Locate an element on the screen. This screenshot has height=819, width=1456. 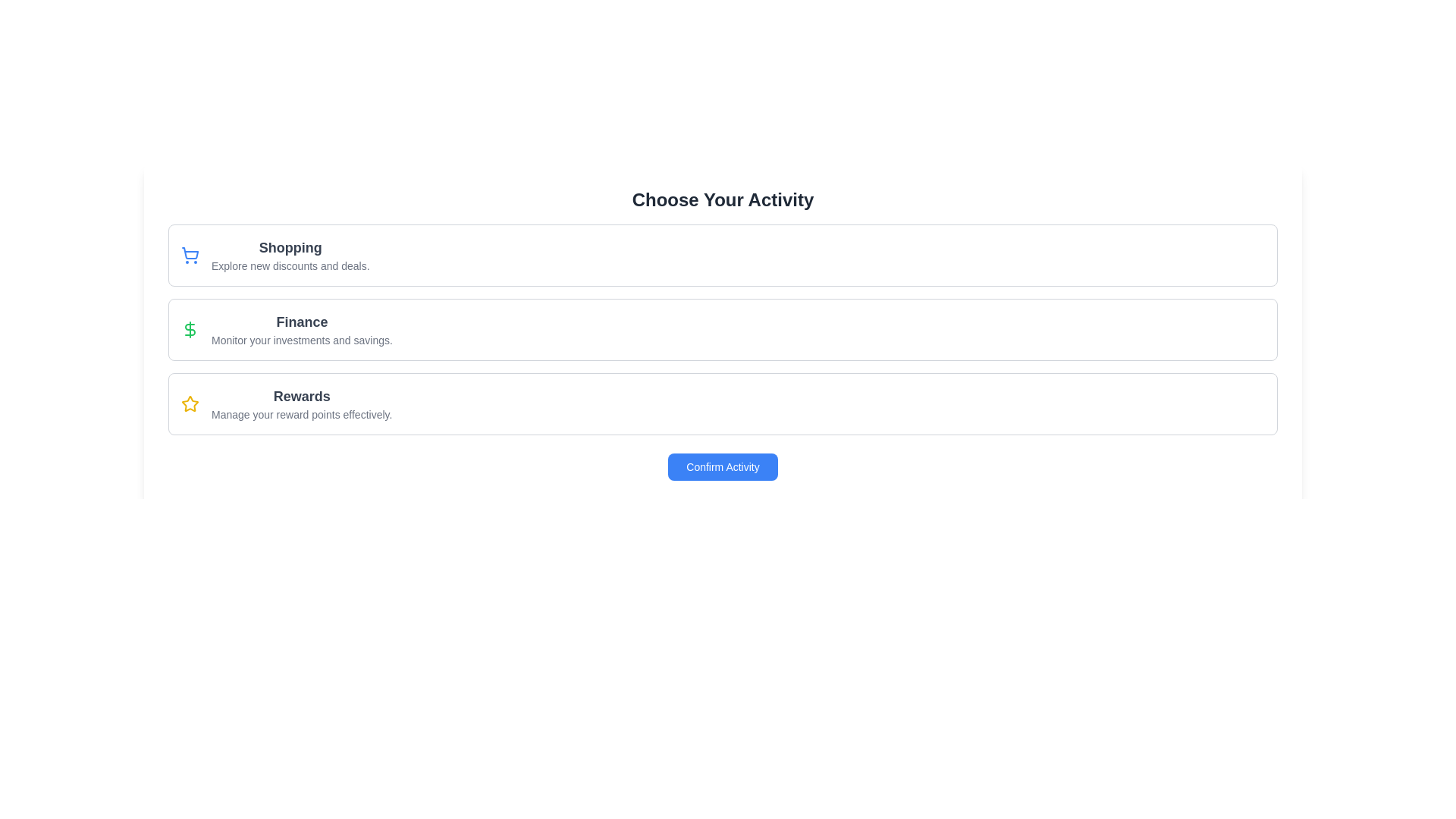
the second selectable card in the 'Choose Your Activity' menu is located at coordinates (722, 329).